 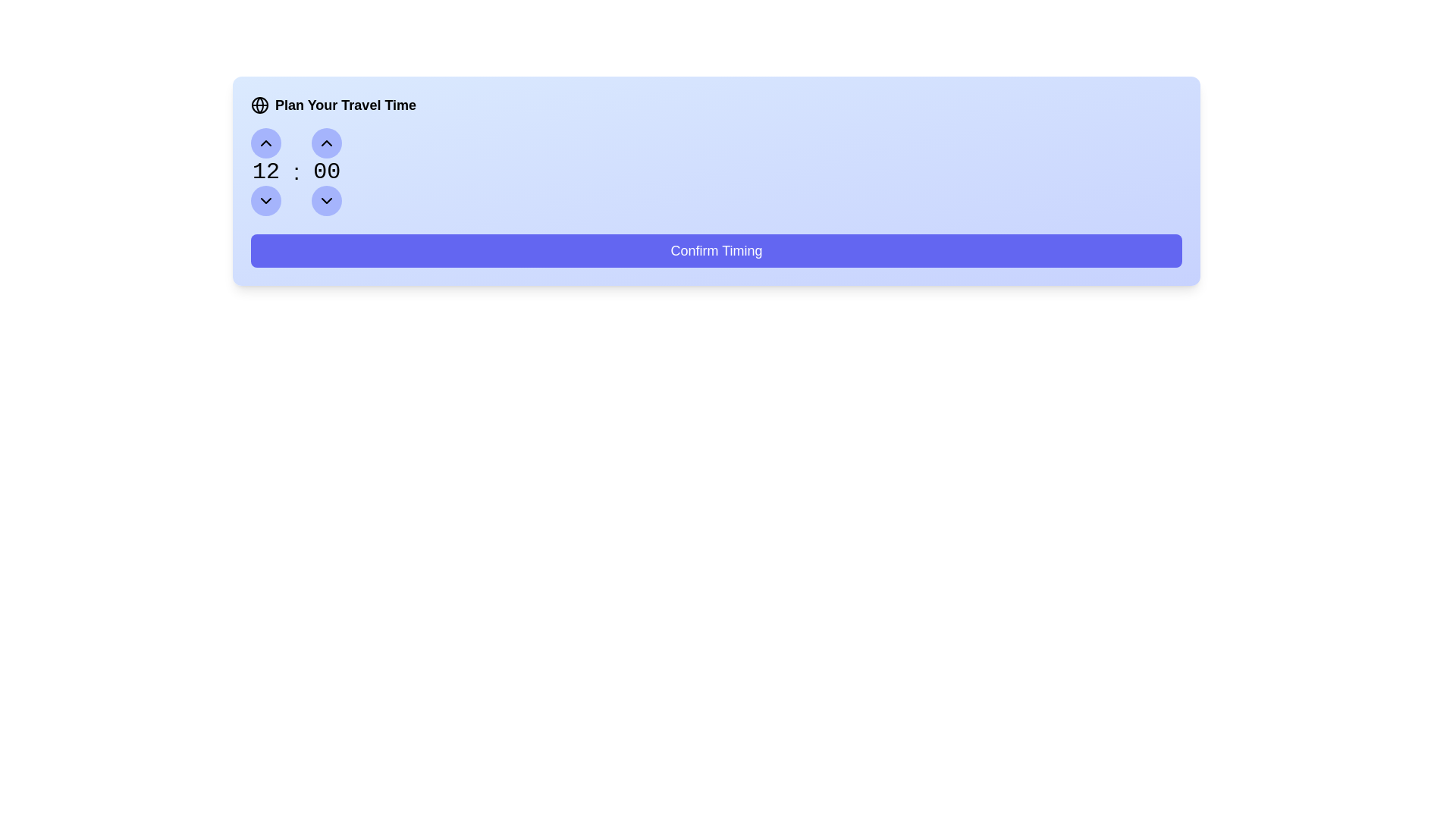 I want to click on the downward chevron SVG icon element located within the circular indigo button underneath the numeric hour control displaying '12', so click(x=265, y=200).